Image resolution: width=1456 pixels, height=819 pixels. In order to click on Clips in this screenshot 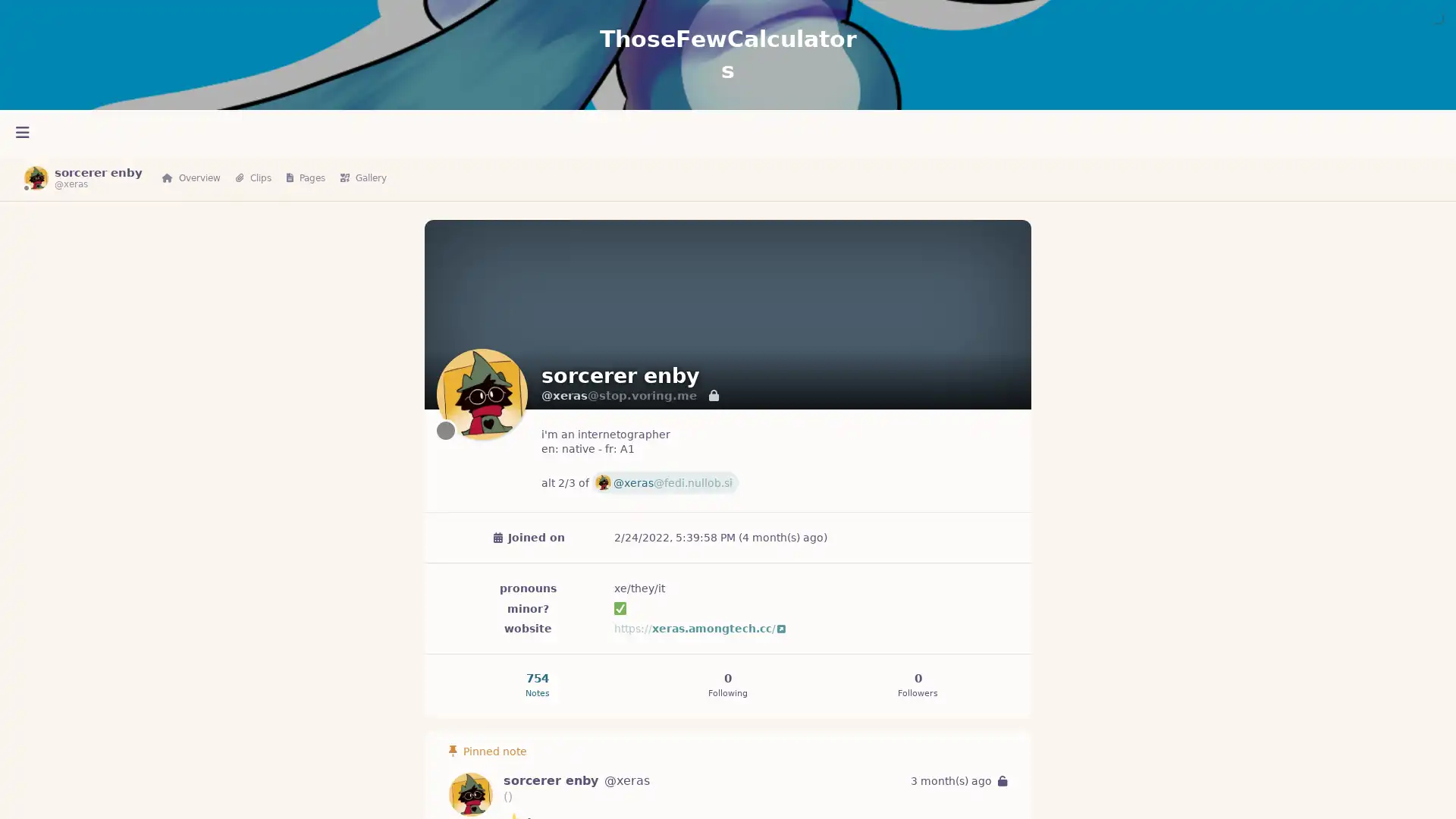, I will do `click(253, 177)`.